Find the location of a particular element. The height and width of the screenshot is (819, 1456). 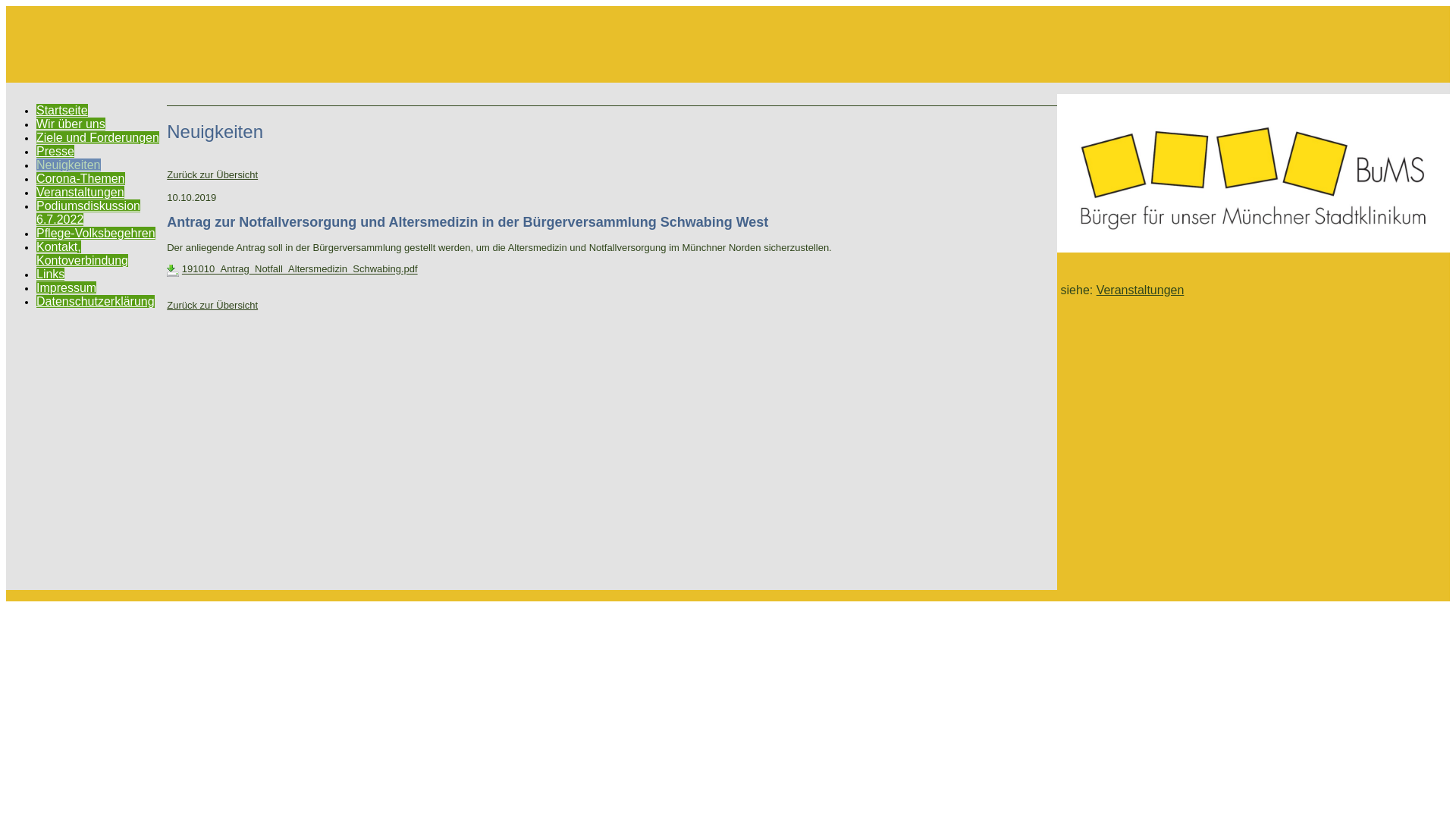

'Impressum' is located at coordinates (65, 287).